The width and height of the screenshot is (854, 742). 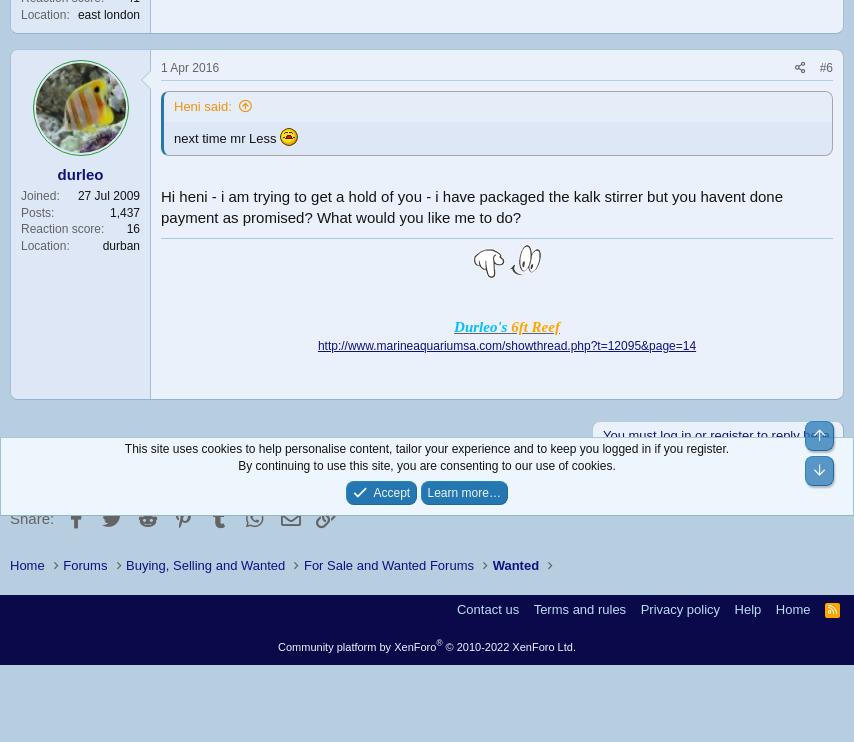 I want to click on '27 Jul 2009', so click(x=108, y=194).